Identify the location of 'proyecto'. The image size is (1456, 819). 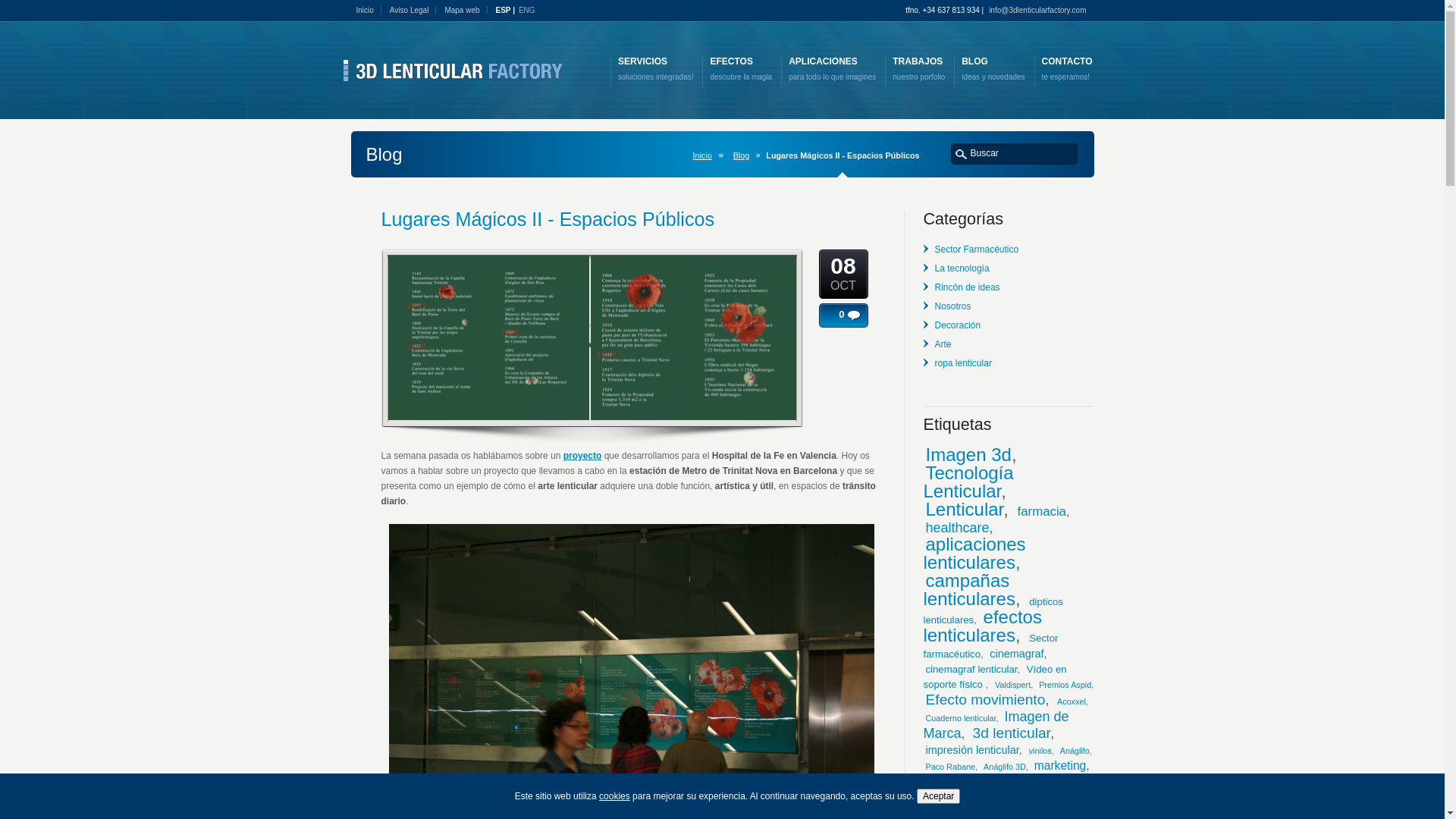
(563, 455).